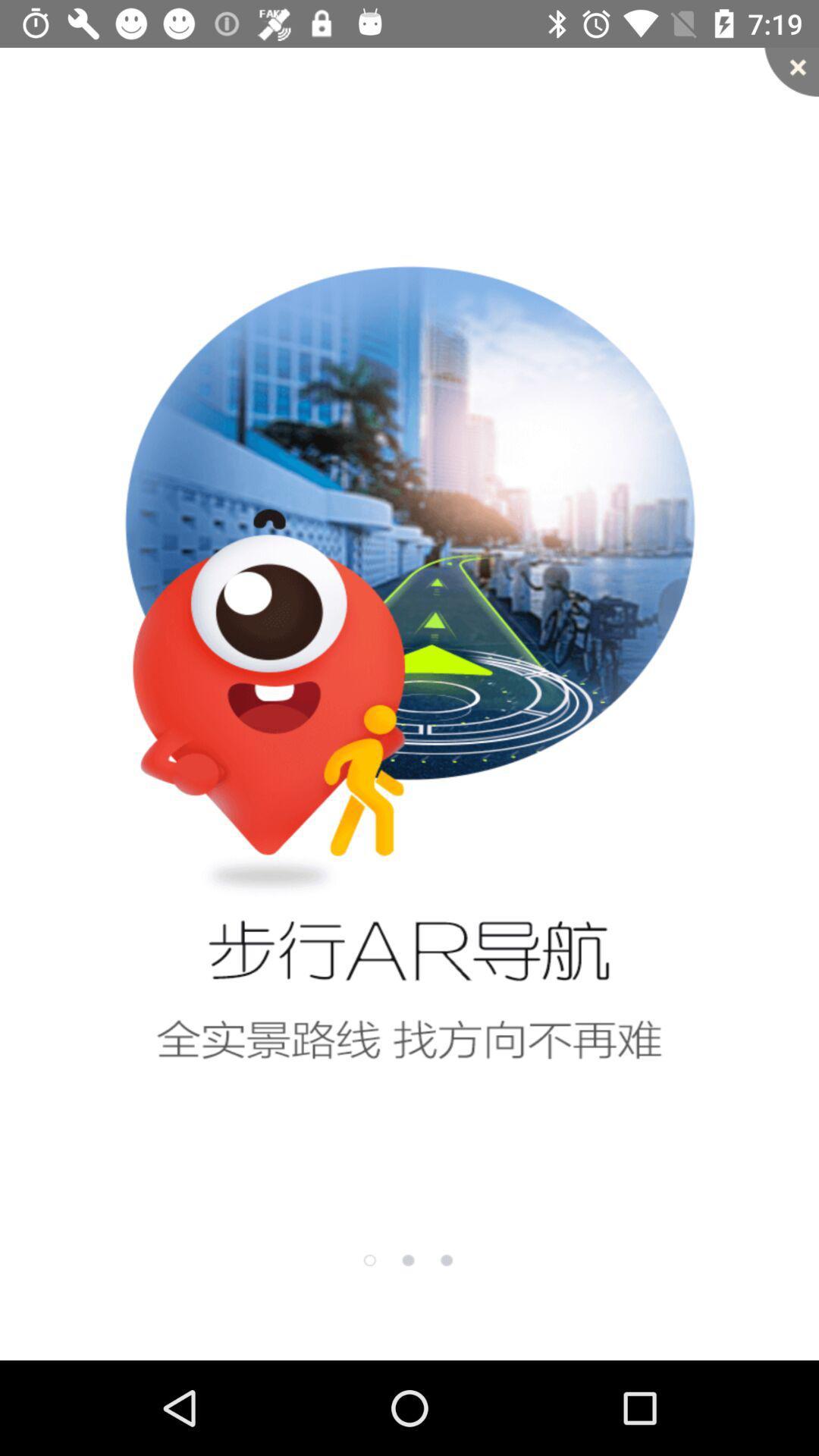  Describe the element at coordinates (791, 71) in the screenshot. I see `the close icon` at that location.